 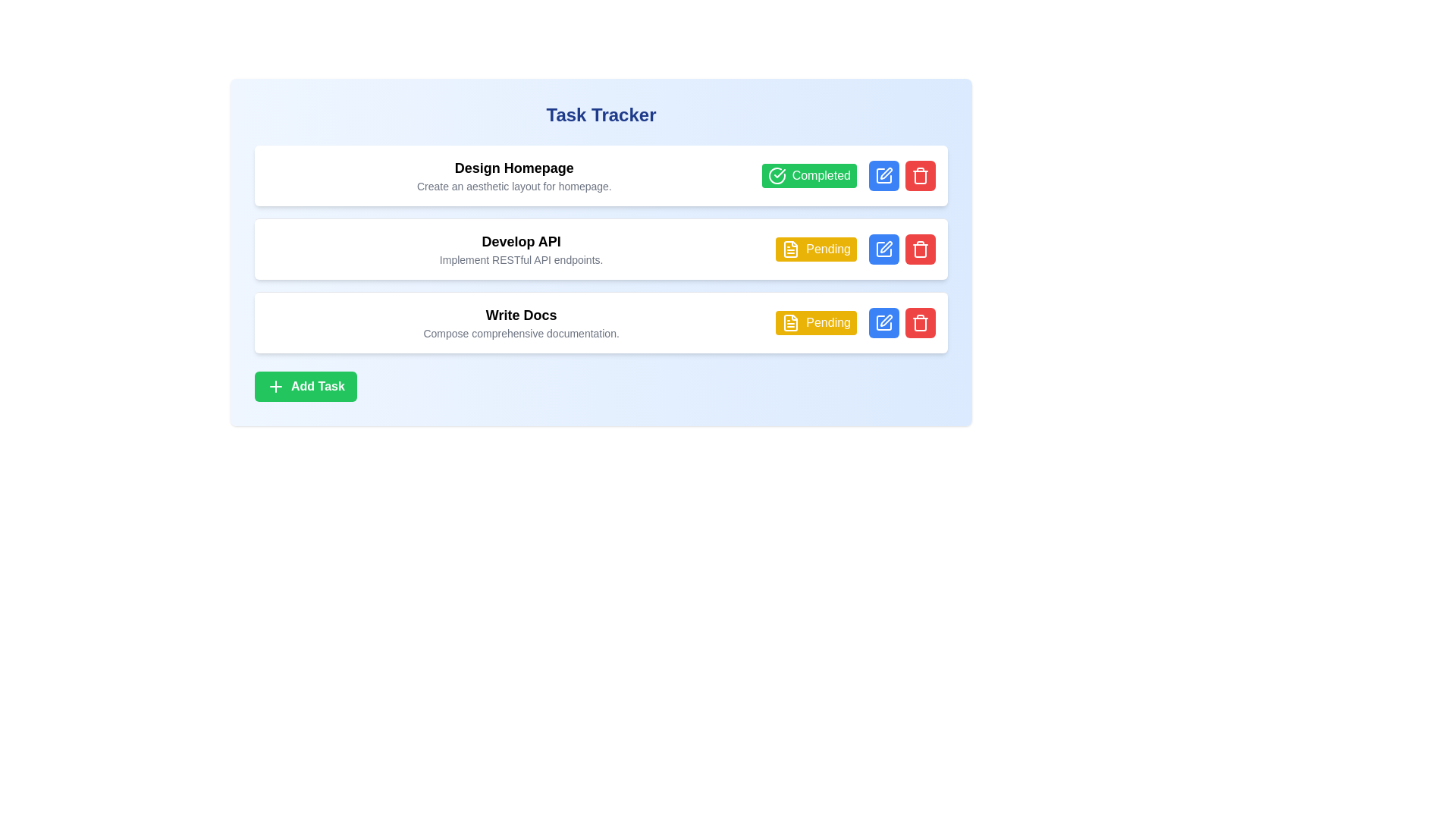 I want to click on the document icon with a thin yellow outline located in the 'Write Docs' row to the left of the 'Pending' status text, so click(x=790, y=322).